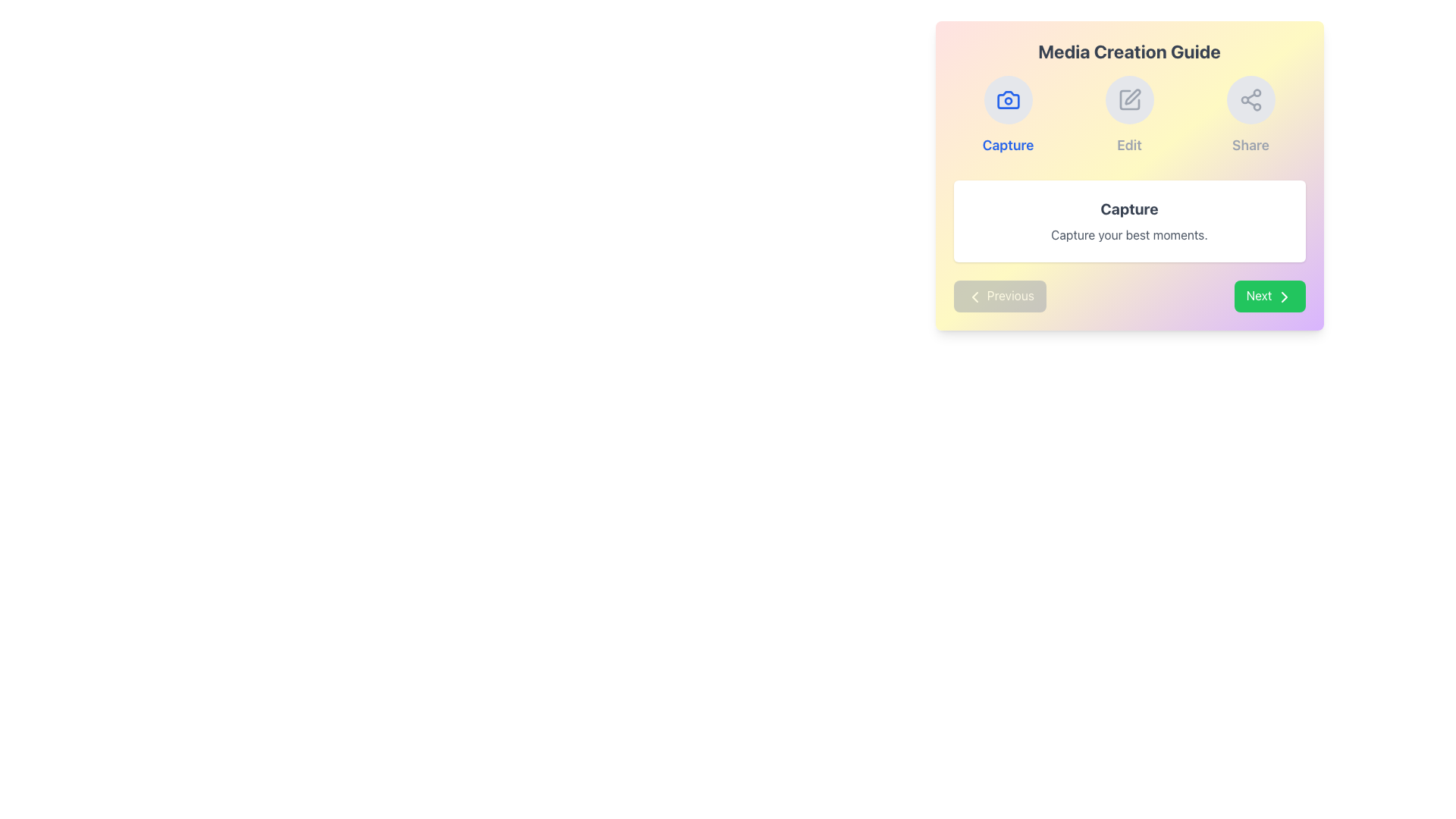 Image resolution: width=1456 pixels, height=819 pixels. Describe the element at coordinates (1283, 297) in the screenshot. I see `the static visual indicator which is the 'Next' button located at the bottom right corner of the 'Media Creation Guide' card` at that location.